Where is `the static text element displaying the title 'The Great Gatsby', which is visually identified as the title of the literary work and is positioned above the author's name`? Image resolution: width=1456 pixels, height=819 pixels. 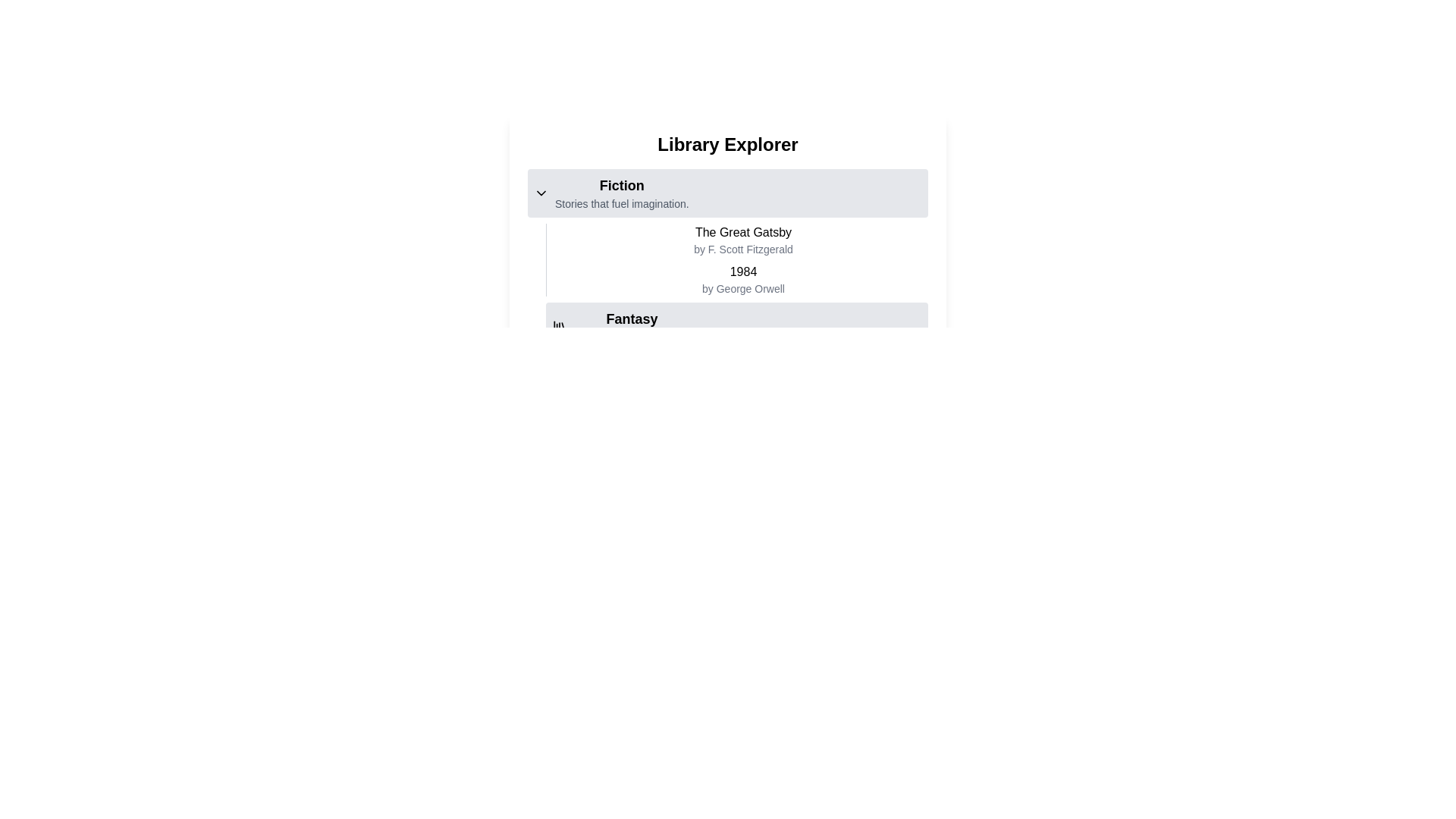 the static text element displaying the title 'The Great Gatsby', which is visually identified as the title of the literary work and is positioned above the author's name is located at coordinates (743, 233).